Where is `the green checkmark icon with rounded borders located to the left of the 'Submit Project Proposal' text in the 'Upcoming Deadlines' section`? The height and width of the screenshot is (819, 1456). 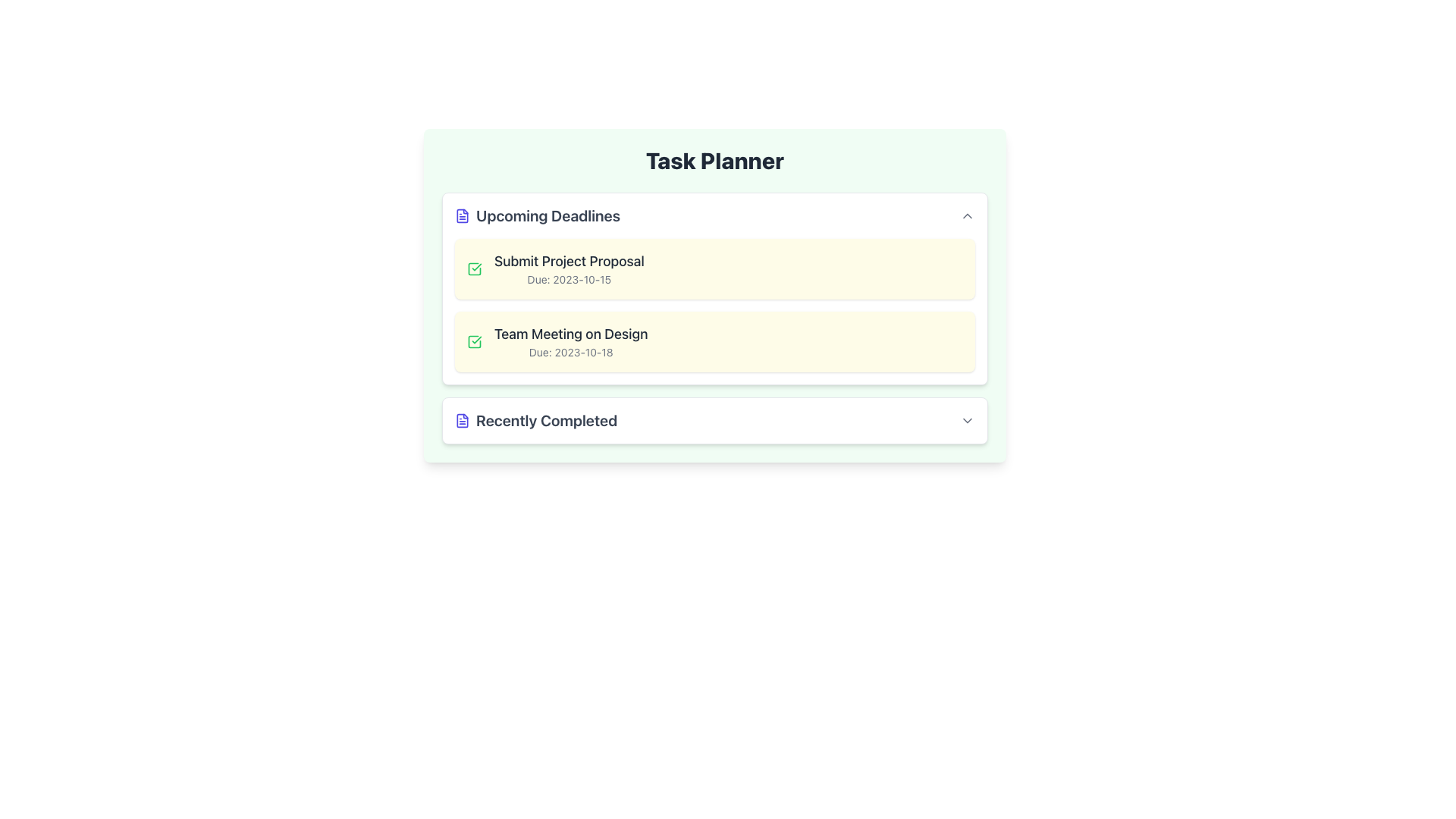
the green checkmark icon with rounded borders located to the left of the 'Submit Project Proposal' text in the 'Upcoming Deadlines' section is located at coordinates (473, 268).